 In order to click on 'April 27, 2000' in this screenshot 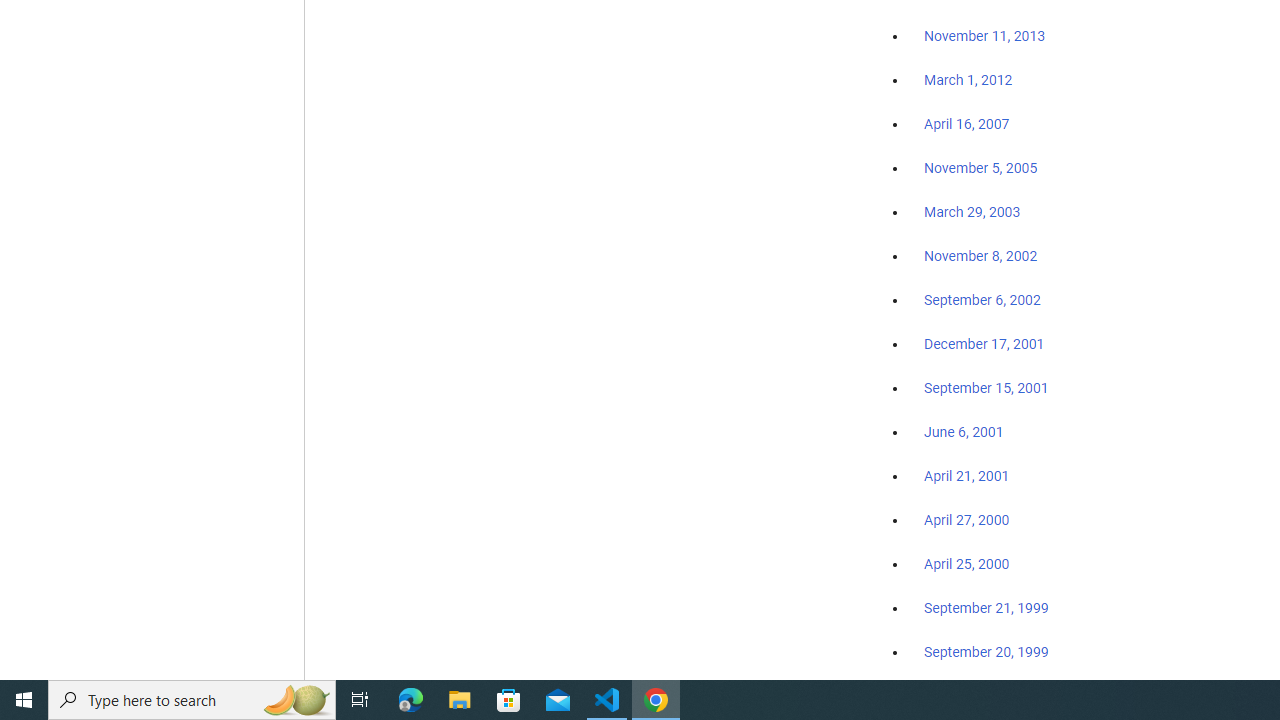, I will do `click(967, 519)`.